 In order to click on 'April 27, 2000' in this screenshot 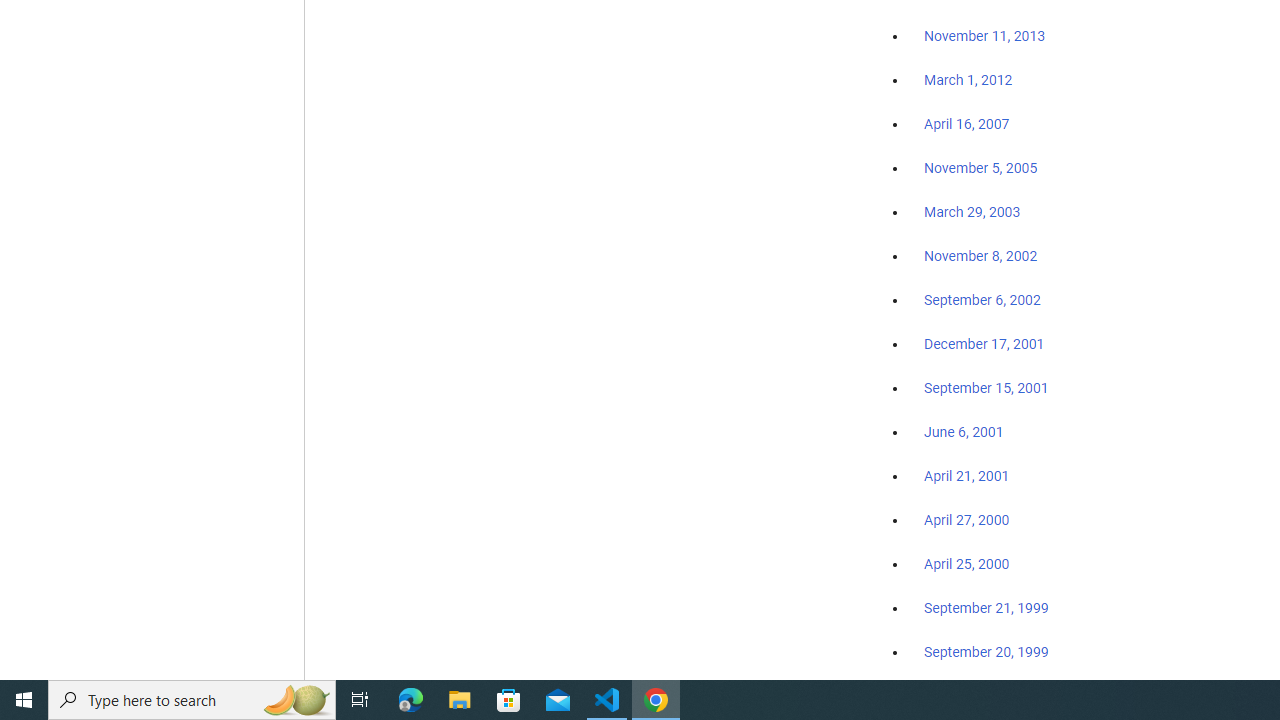, I will do `click(967, 519)`.